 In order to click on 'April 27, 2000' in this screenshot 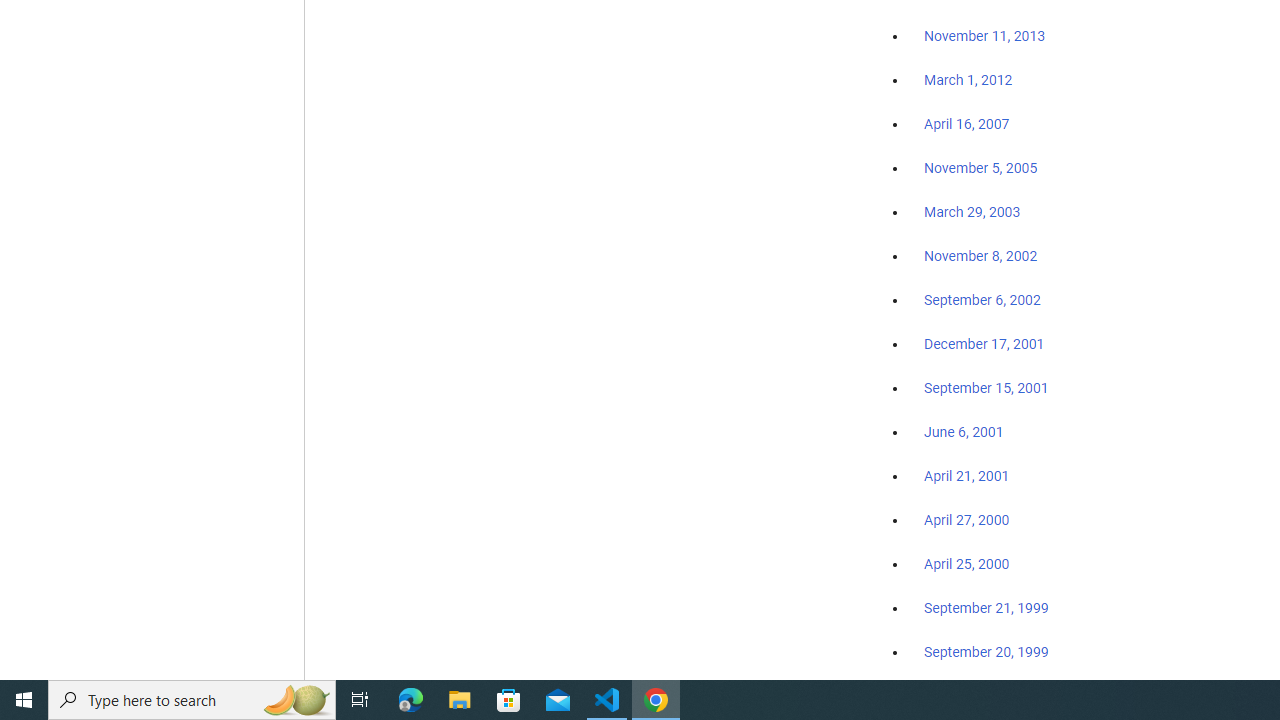, I will do `click(967, 519)`.